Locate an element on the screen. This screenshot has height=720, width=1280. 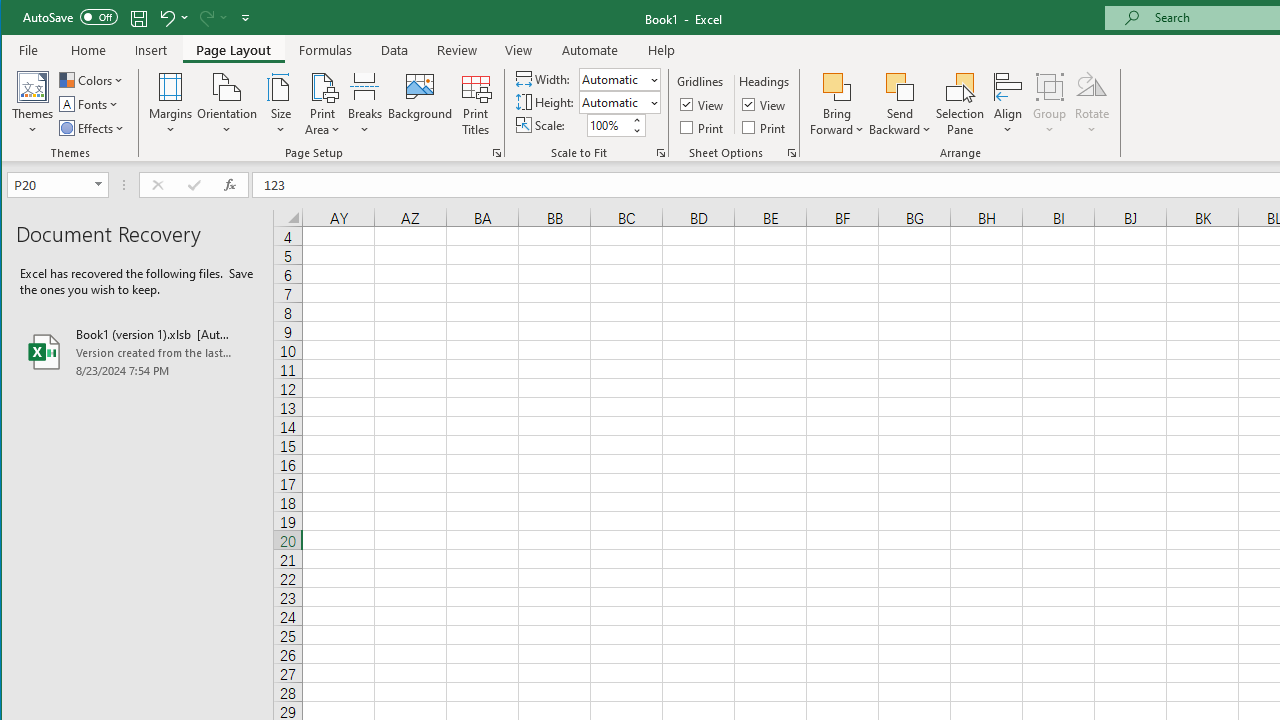
'Send Backward' is located at coordinates (899, 85).